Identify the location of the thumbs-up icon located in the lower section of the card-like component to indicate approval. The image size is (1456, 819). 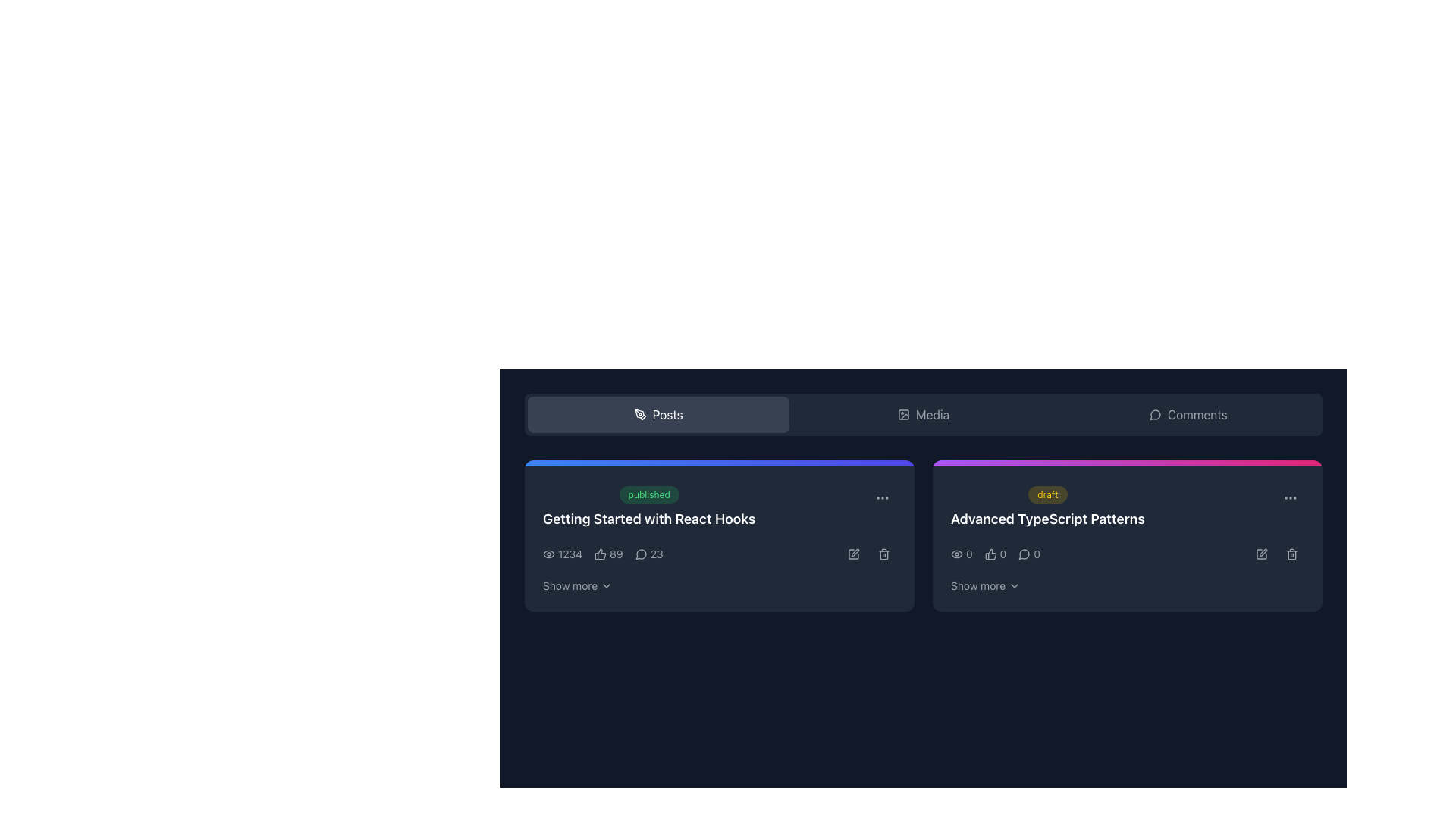
(990, 554).